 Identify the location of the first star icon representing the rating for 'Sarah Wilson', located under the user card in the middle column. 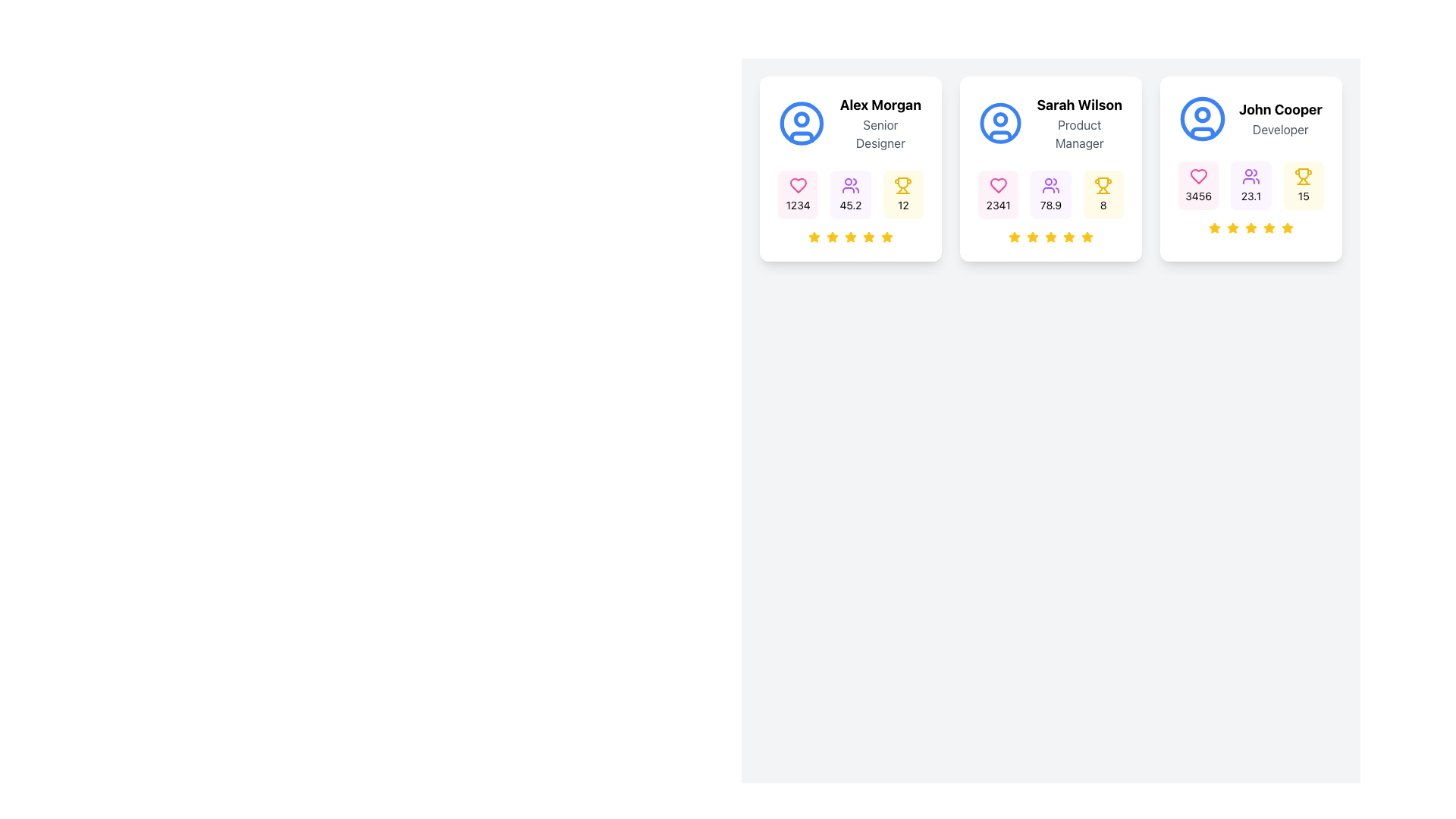
(1015, 237).